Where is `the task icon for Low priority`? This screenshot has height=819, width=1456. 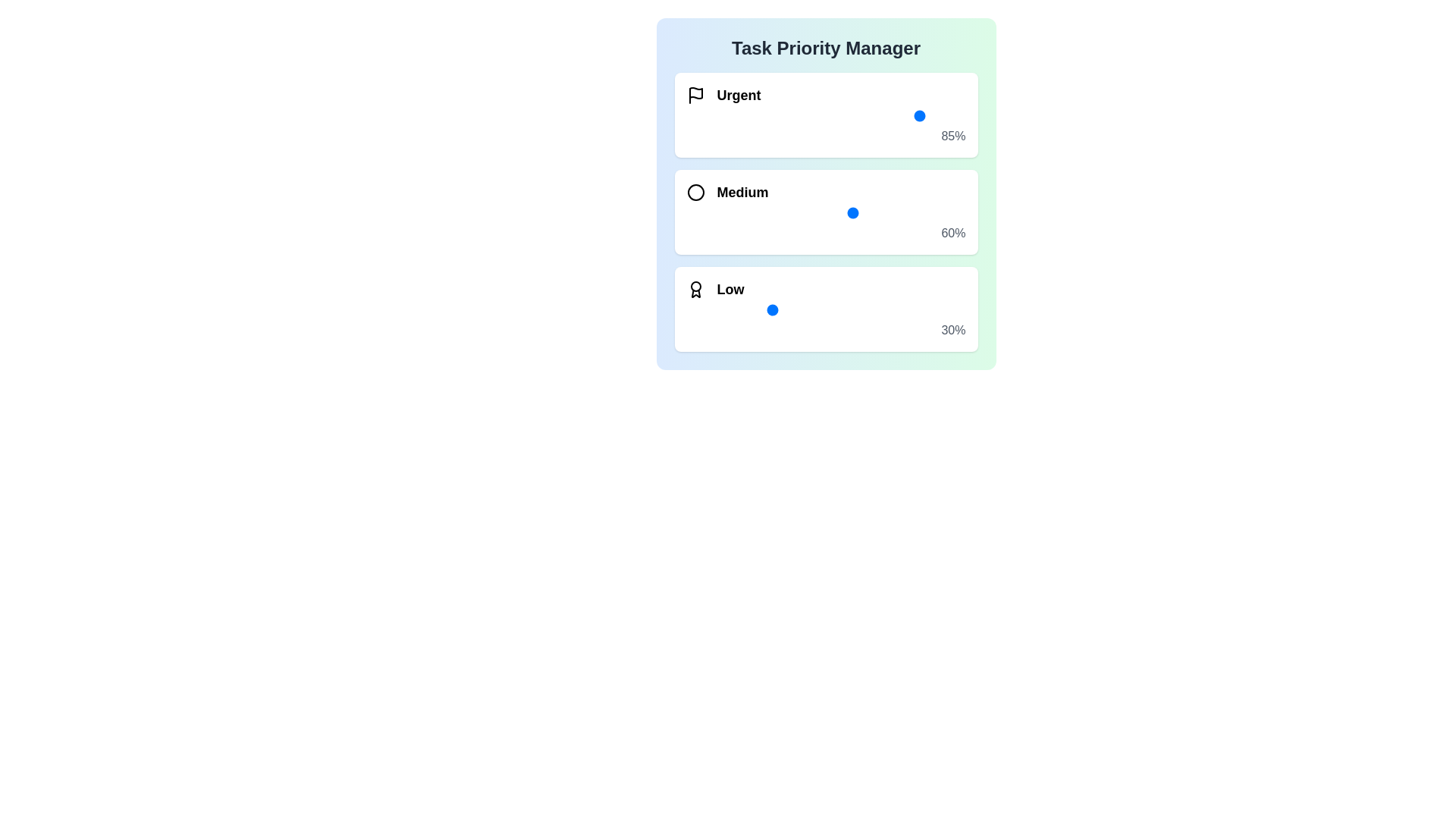
the task icon for Low priority is located at coordinates (695, 289).